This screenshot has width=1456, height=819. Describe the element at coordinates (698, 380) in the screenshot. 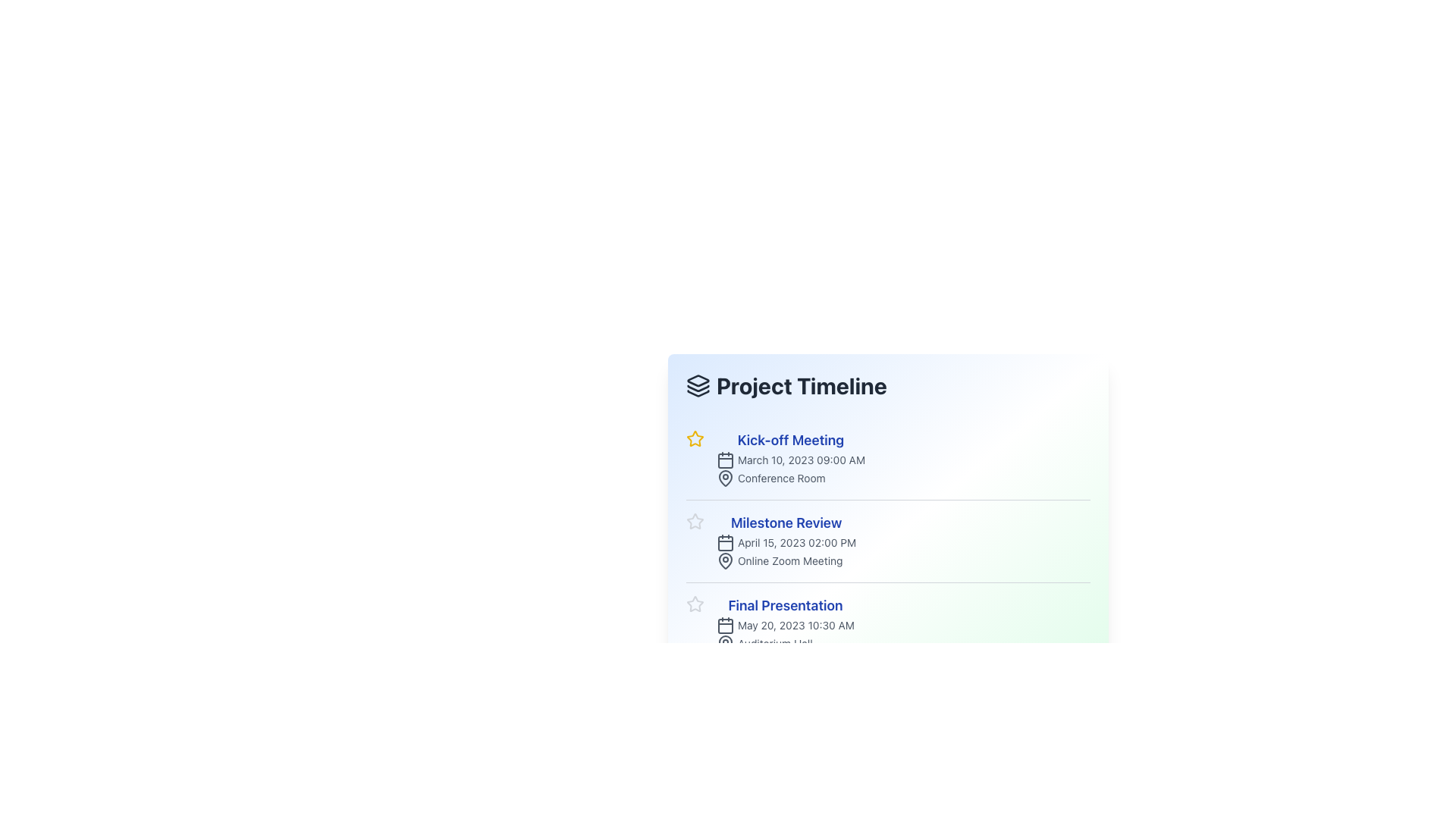

I see `the decorative icon representing the 'Project Timeline' section, which is positioned at the top-left corner of the card adjacent to the title text` at that location.